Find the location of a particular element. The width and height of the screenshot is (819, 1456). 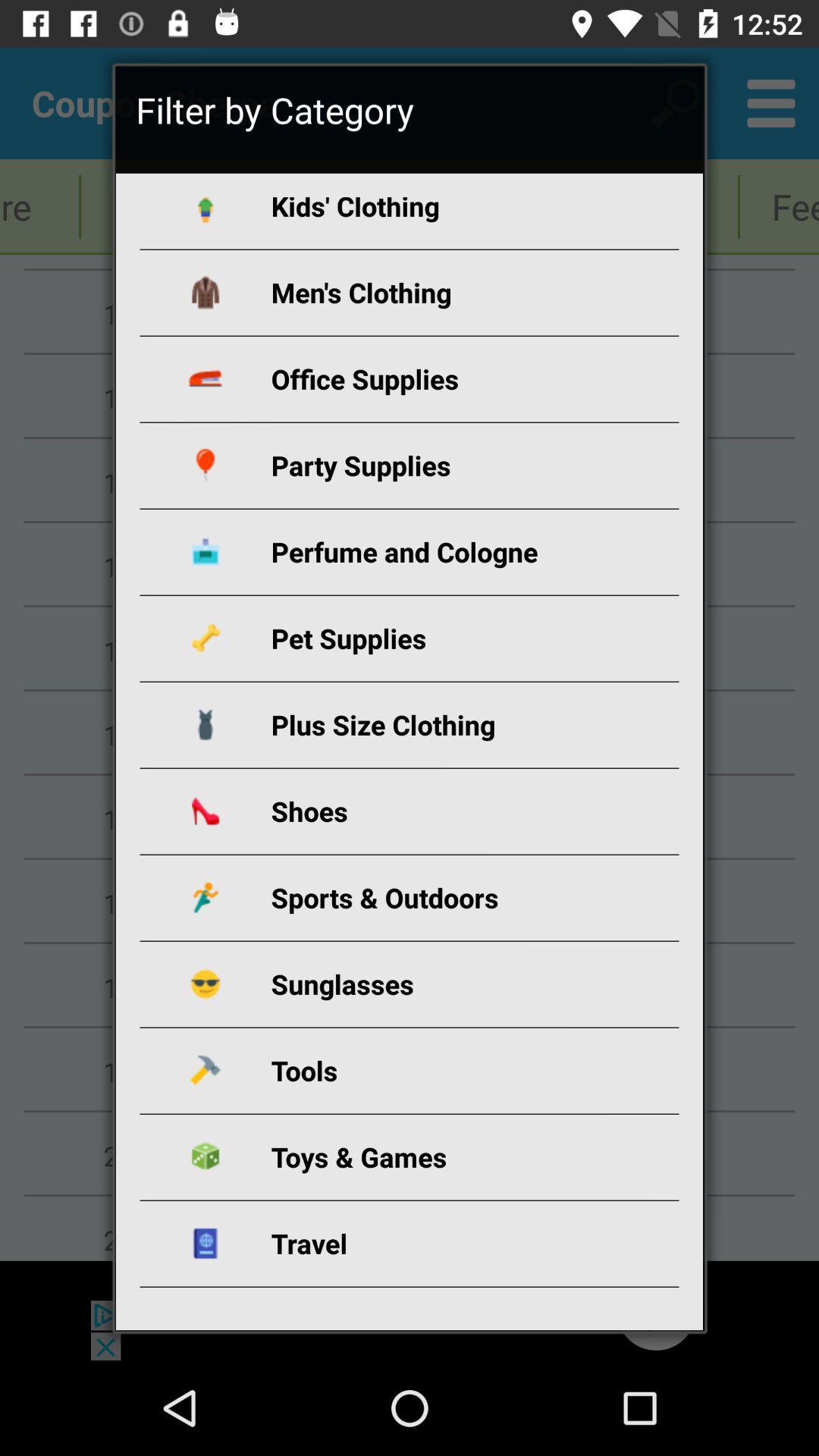

icon above toys & games is located at coordinates (427, 1069).